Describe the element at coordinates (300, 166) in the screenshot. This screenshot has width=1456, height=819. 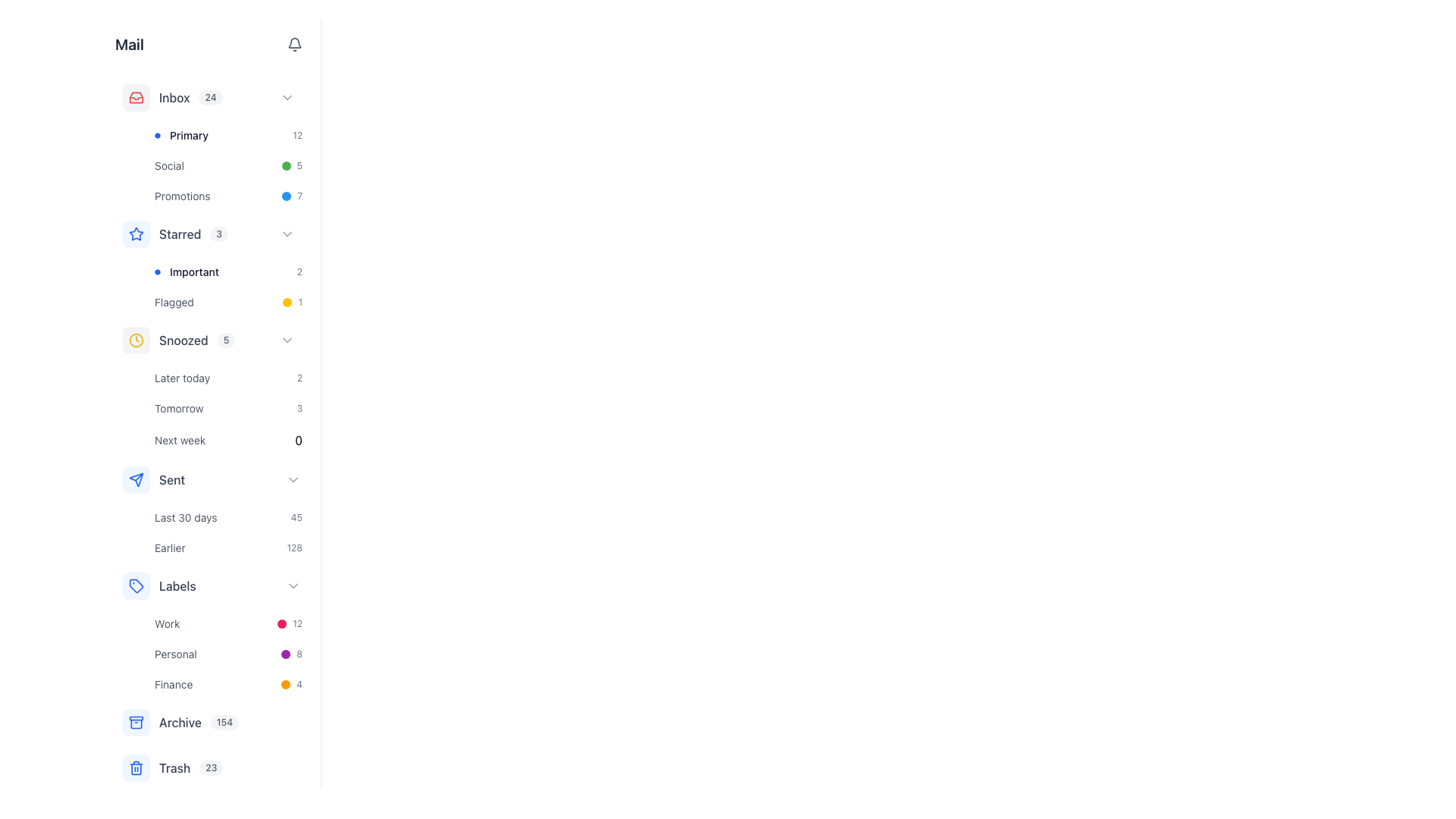
I see `value displayed in the Text label indicating the count of unread messages or notifications for the 'Social' category, located in the left navigation panel next to the green circular icon` at that location.